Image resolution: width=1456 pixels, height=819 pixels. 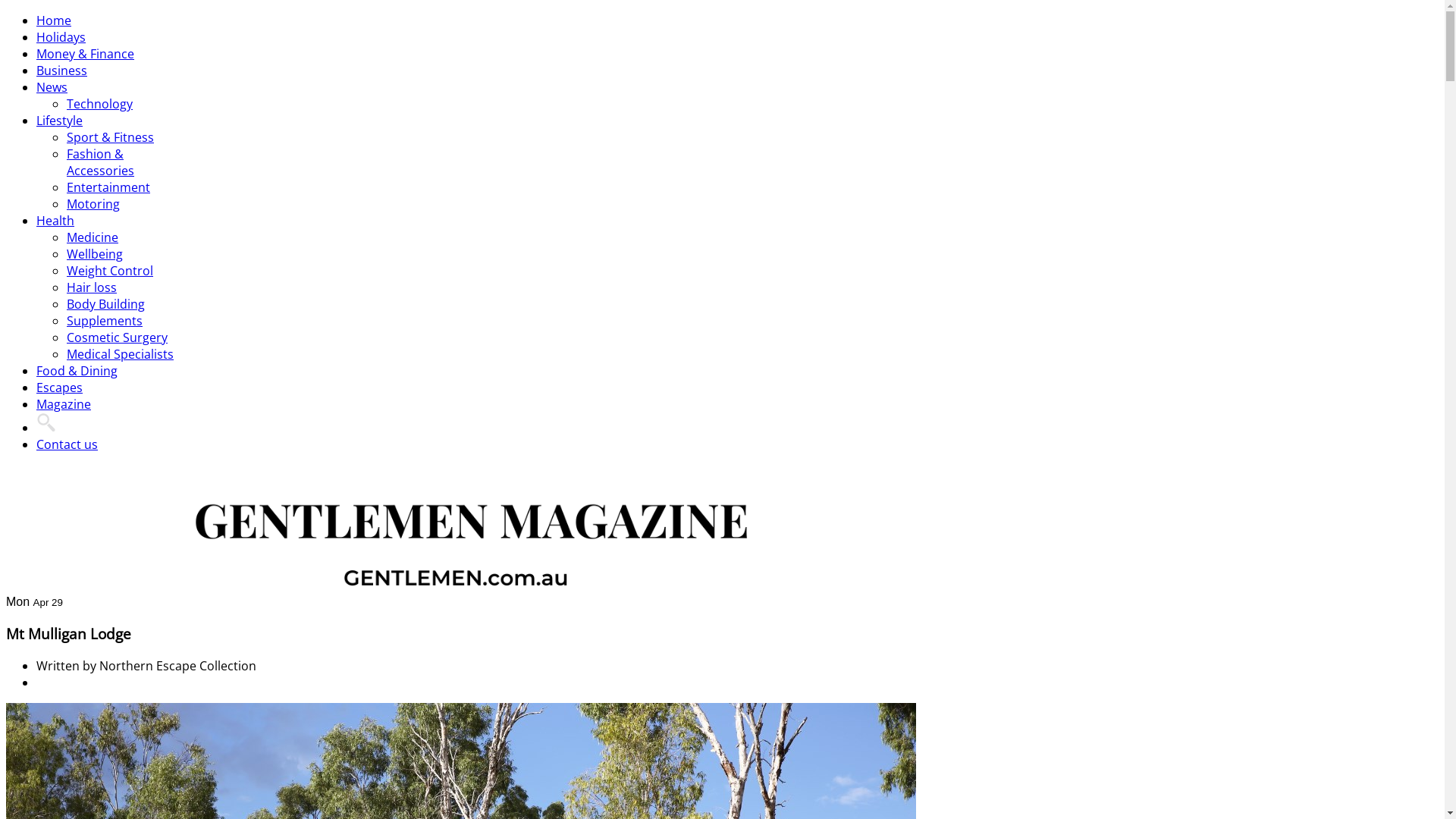 What do you see at coordinates (119, 353) in the screenshot?
I see `'Medical Specialists'` at bounding box center [119, 353].